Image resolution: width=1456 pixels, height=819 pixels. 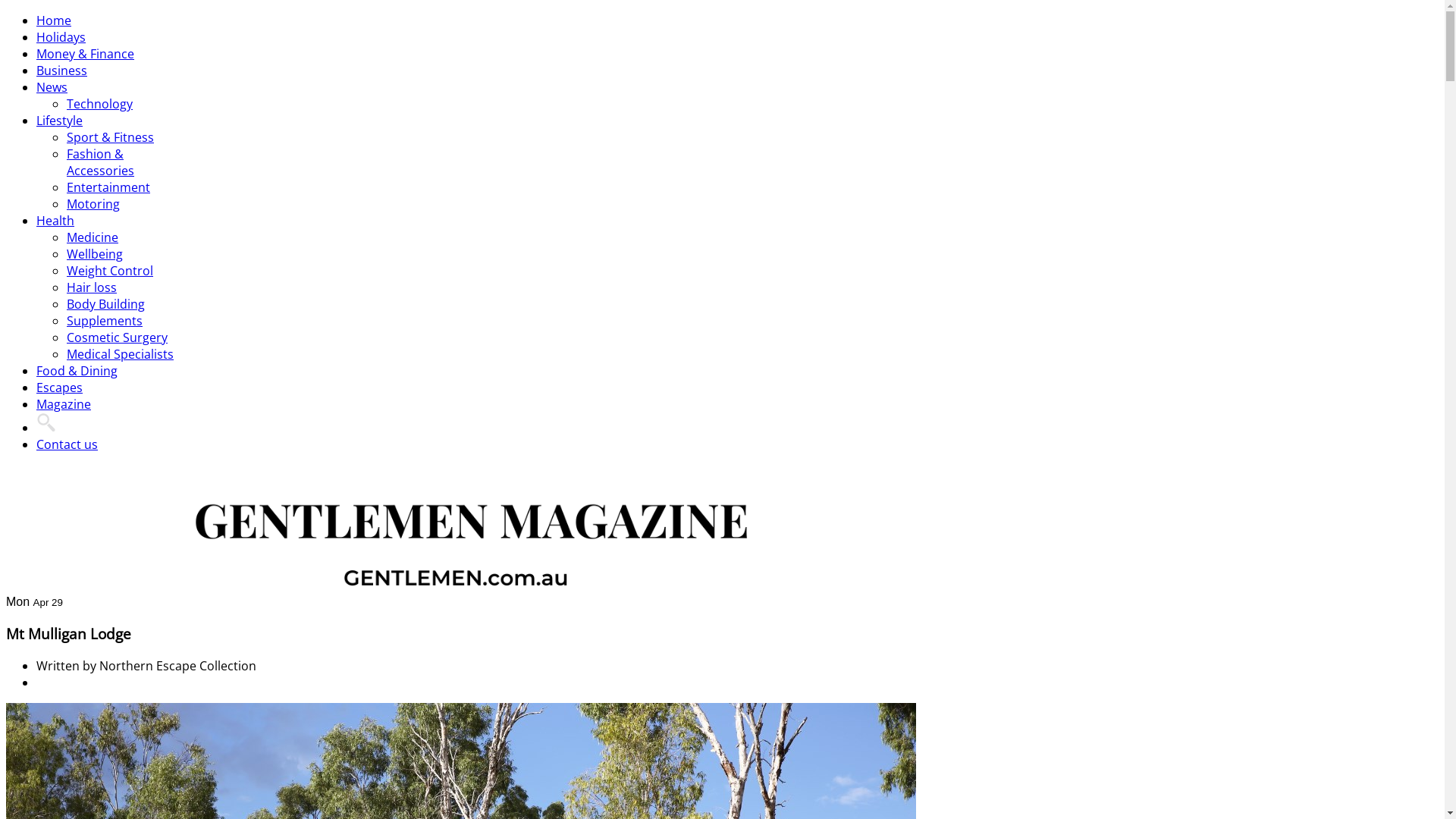 What do you see at coordinates (119, 353) in the screenshot?
I see `'Medical Specialists'` at bounding box center [119, 353].